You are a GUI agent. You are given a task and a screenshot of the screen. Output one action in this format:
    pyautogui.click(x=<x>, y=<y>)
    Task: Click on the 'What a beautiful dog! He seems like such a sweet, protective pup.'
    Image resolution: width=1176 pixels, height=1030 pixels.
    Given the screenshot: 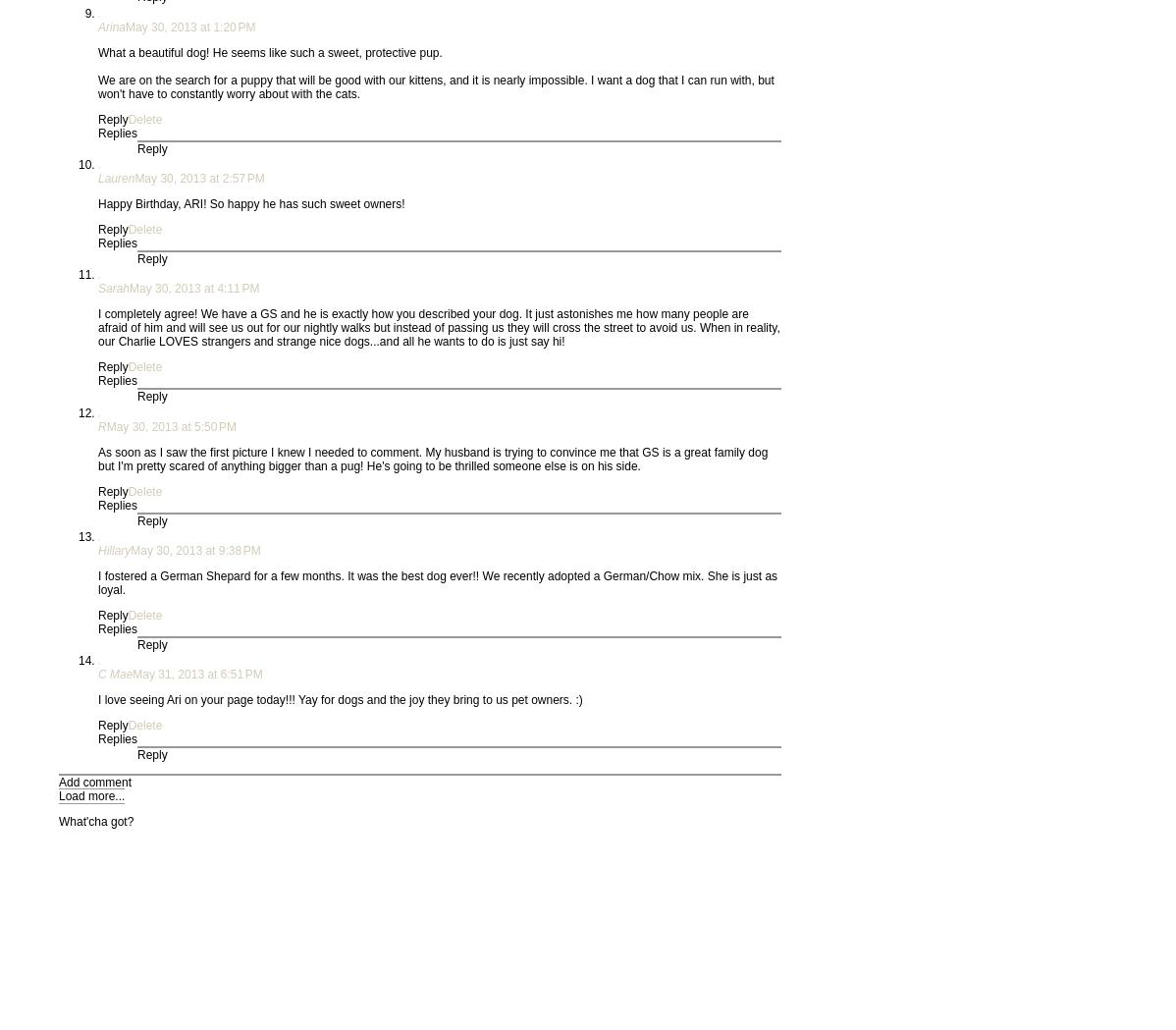 What is the action you would take?
    pyautogui.click(x=269, y=51)
    